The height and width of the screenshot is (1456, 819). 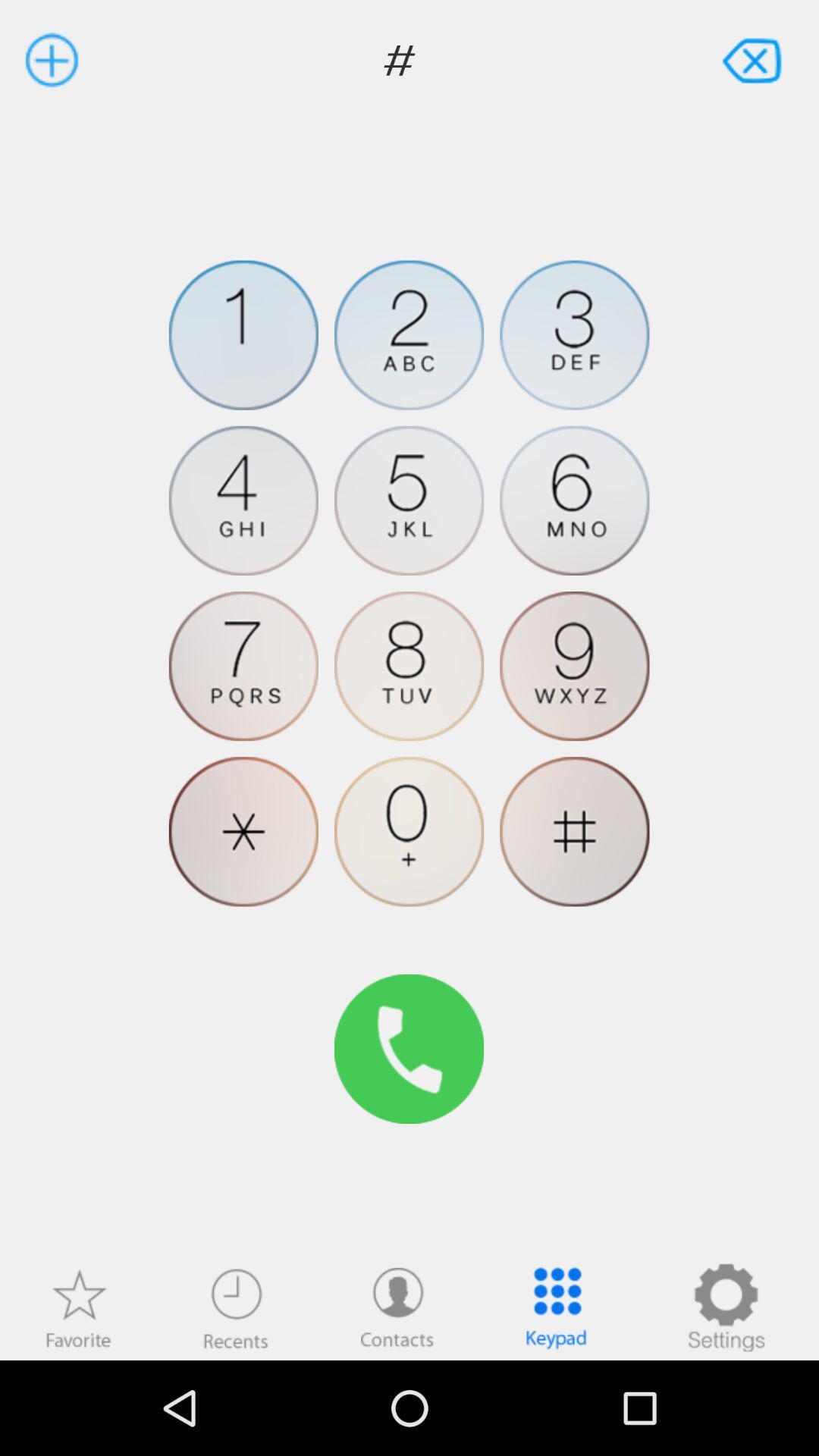 I want to click on open keypad, so click(x=556, y=1307).